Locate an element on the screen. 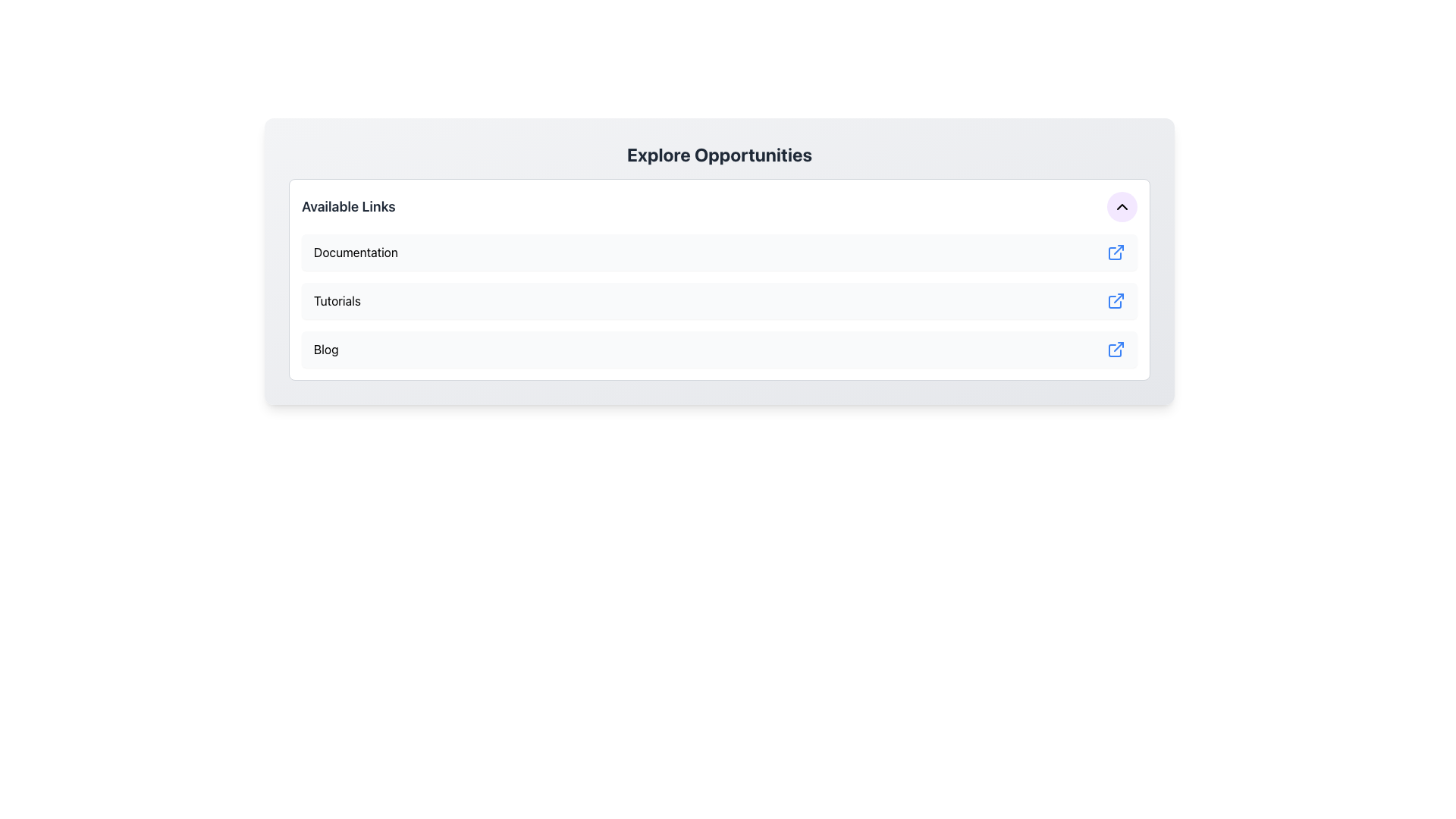 The height and width of the screenshot is (819, 1456). the 'Tutorials' text label, which is positioned below the 'Documentation' item and above the 'Blog' item in a vertically stacked list is located at coordinates (337, 301).